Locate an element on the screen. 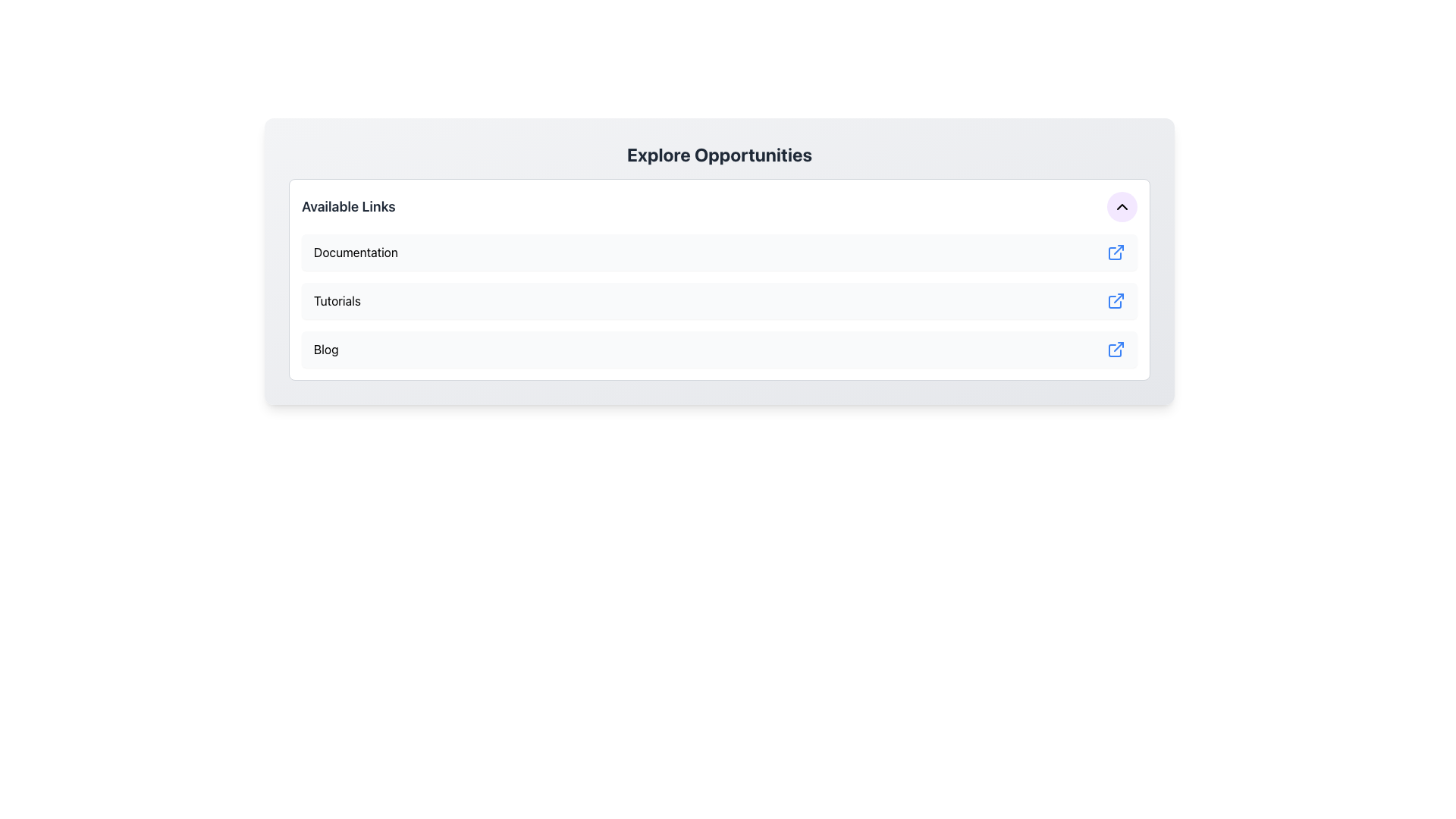 The height and width of the screenshot is (819, 1456). the 'Tutorials' text label, which is positioned below the 'Documentation' item and above the 'Blog' item in a vertically stacked list is located at coordinates (337, 301).